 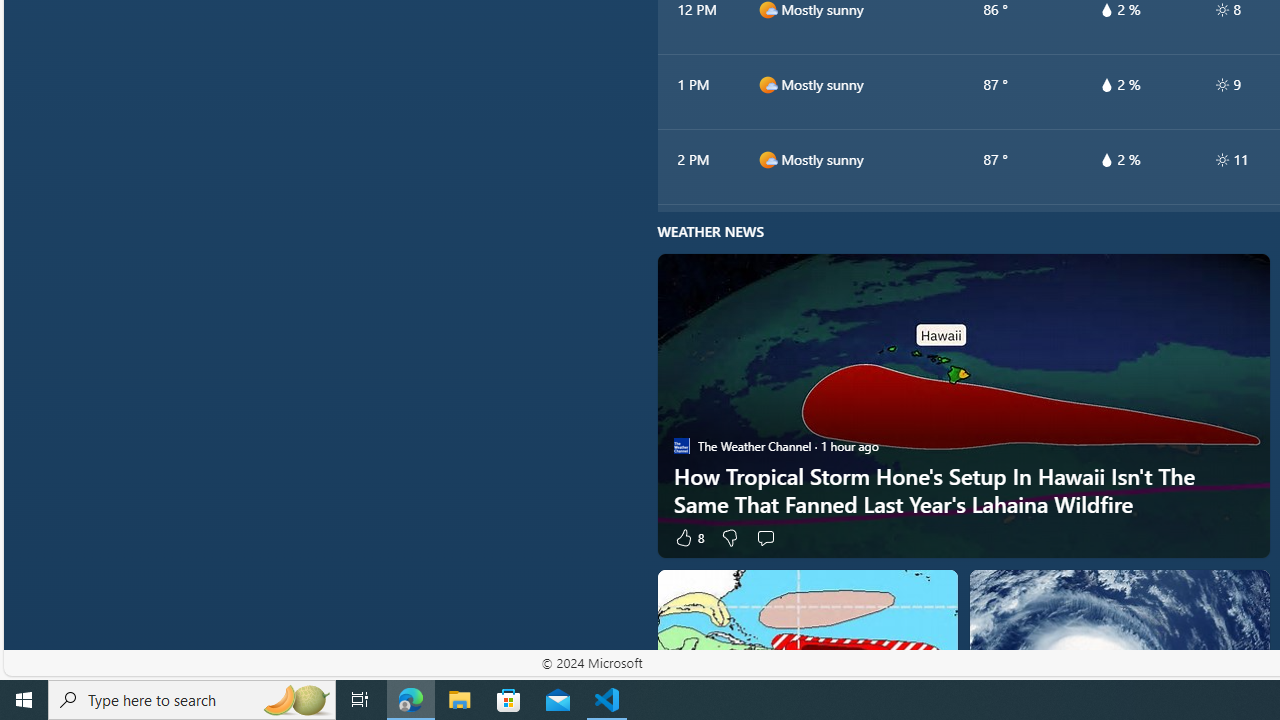 I want to click on 'The Weather Channel', so click(x=681, y=445).